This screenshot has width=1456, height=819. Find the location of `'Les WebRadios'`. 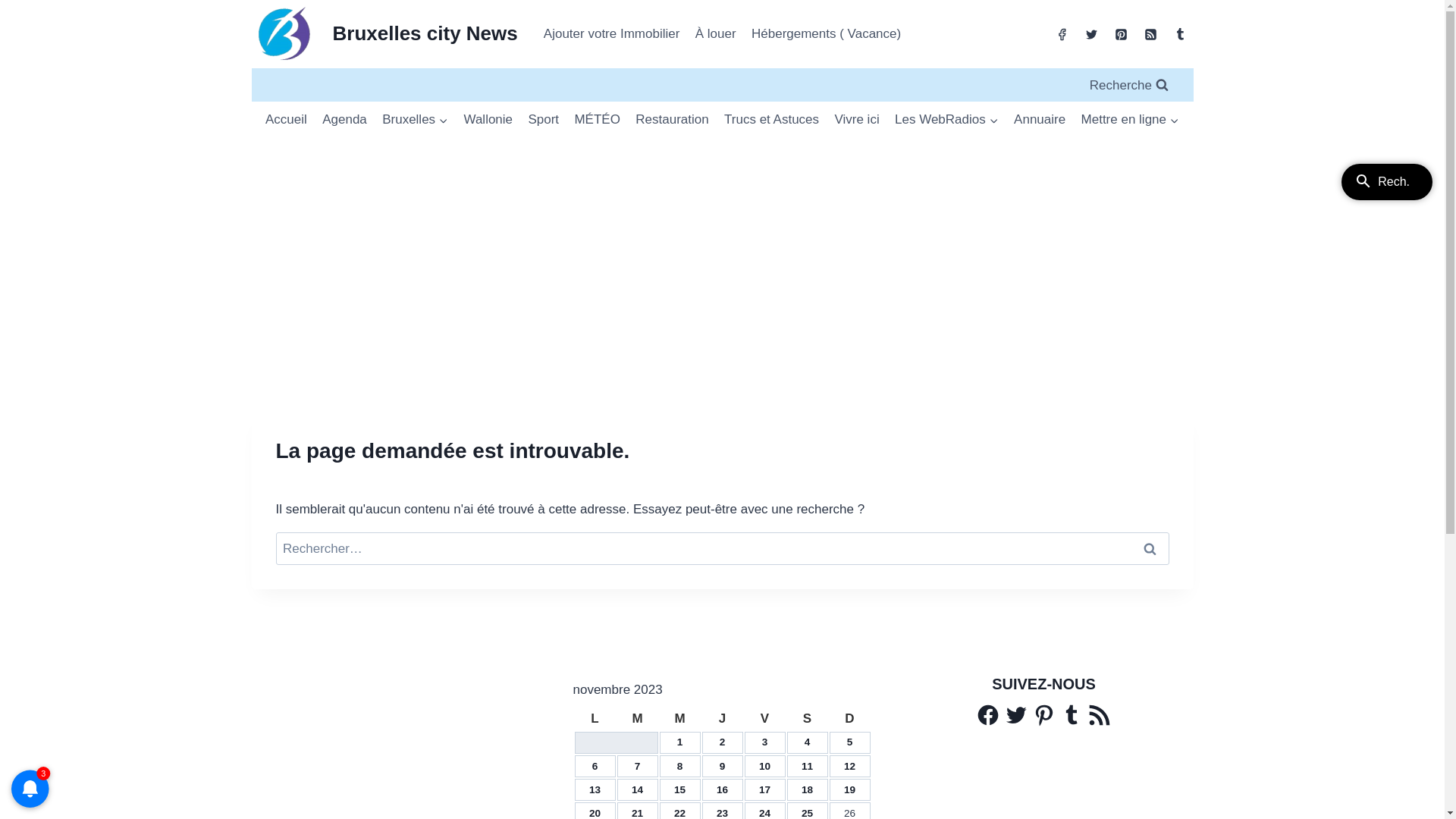

'Les WebRadios' is located at coordinates (946, 119).